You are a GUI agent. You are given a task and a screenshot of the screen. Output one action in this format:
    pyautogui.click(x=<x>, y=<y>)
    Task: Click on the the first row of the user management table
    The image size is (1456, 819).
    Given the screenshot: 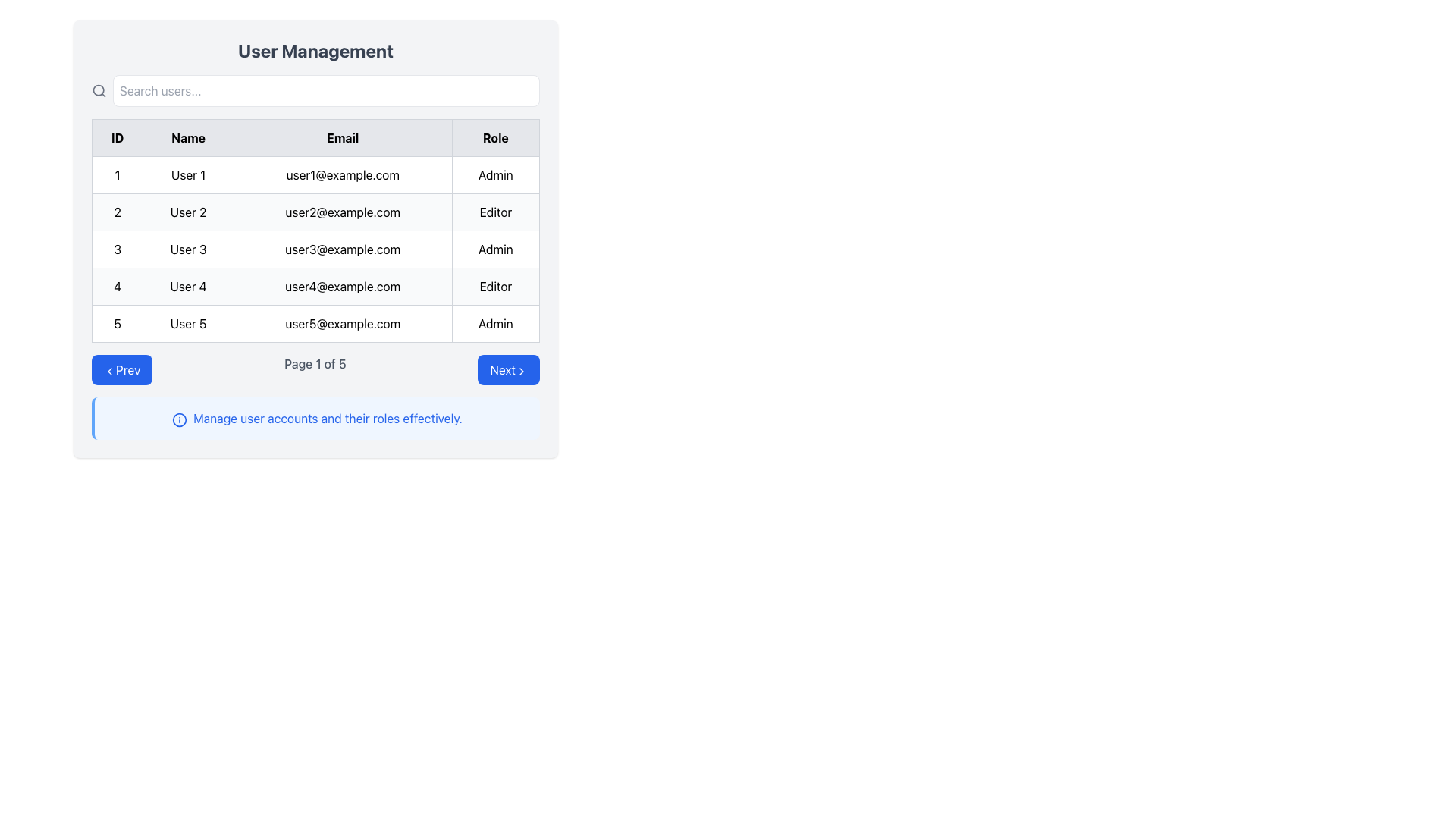 What is the action you would take?
    pyautogui.click(x=315, y=174)
    